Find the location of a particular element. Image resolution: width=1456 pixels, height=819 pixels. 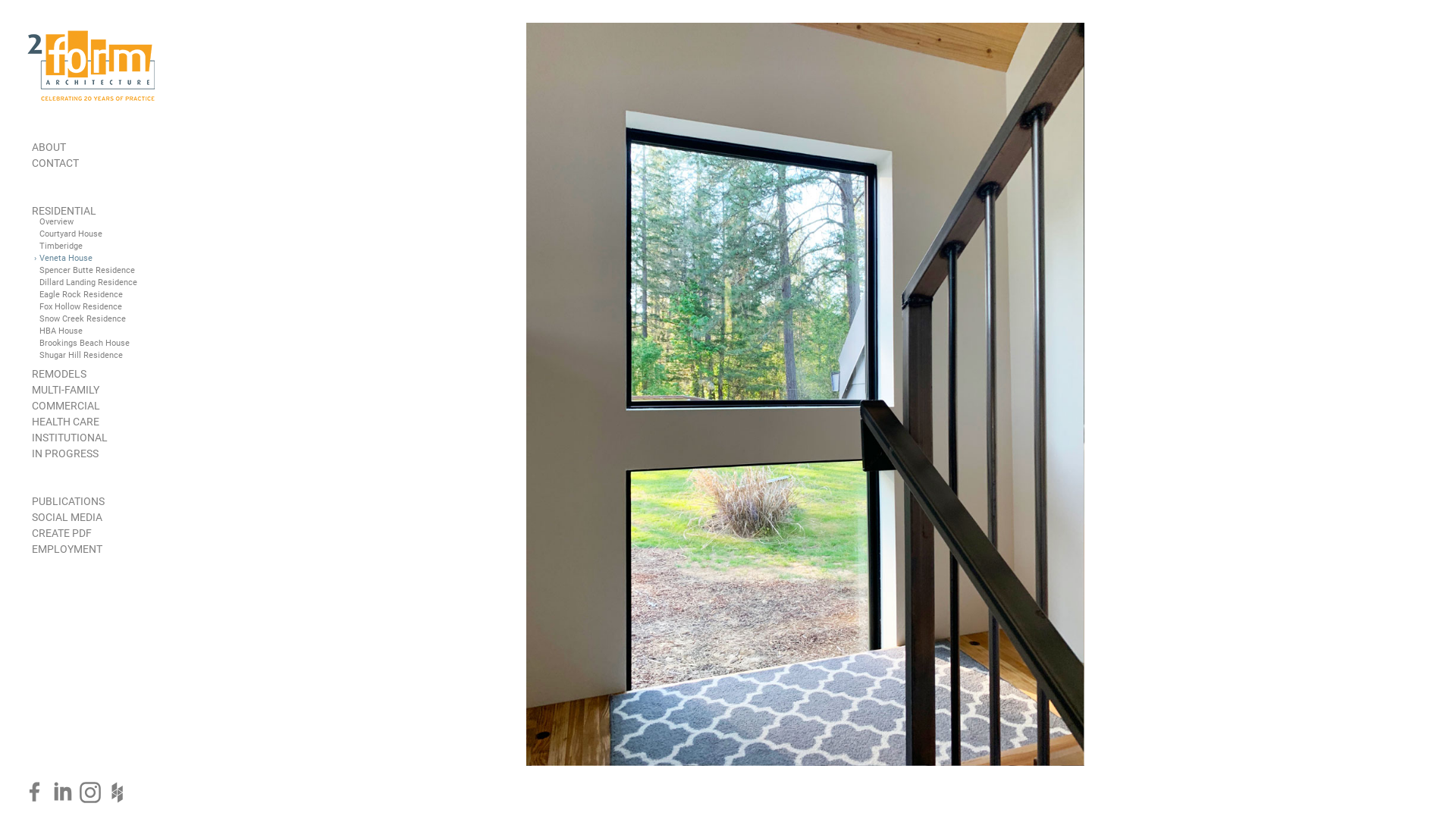

'Eagle Rock Residence' is located at coordinates (80, 294).